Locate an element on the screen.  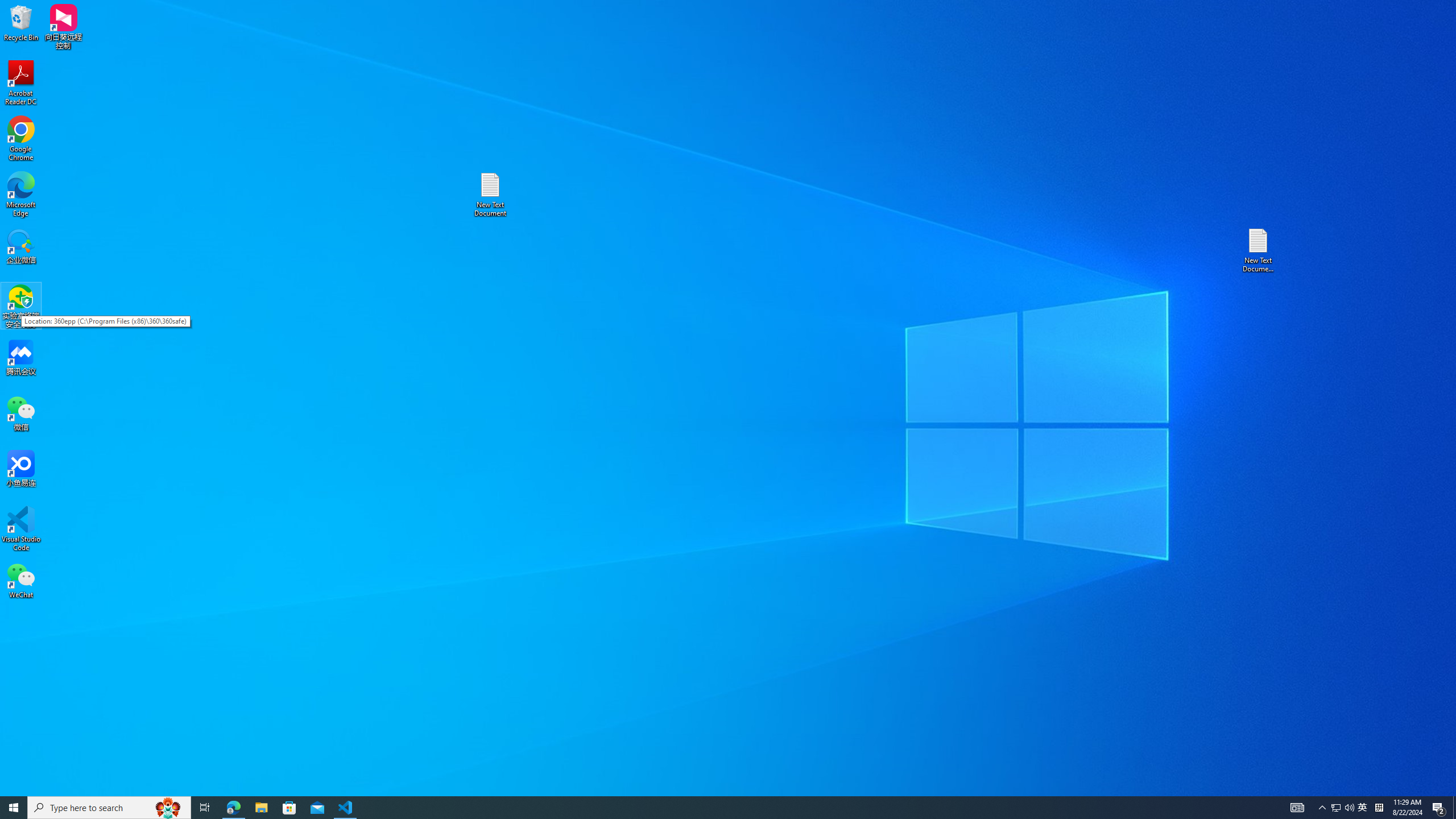
'Running applications' is located at coordinates (109, 806).